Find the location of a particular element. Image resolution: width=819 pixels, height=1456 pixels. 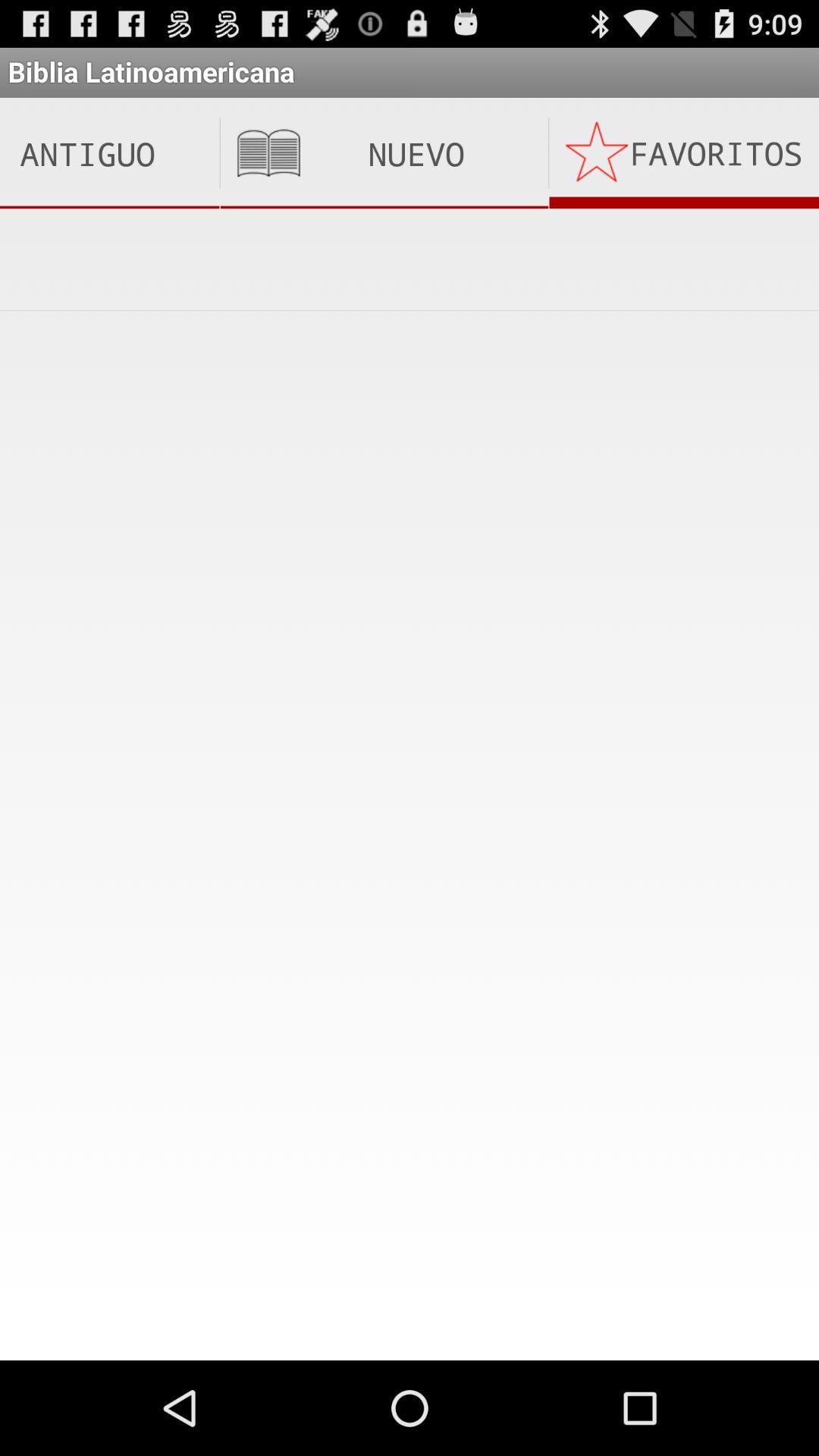

the icon below the biblia latinoamericana app is located at coordinates (684, 153).